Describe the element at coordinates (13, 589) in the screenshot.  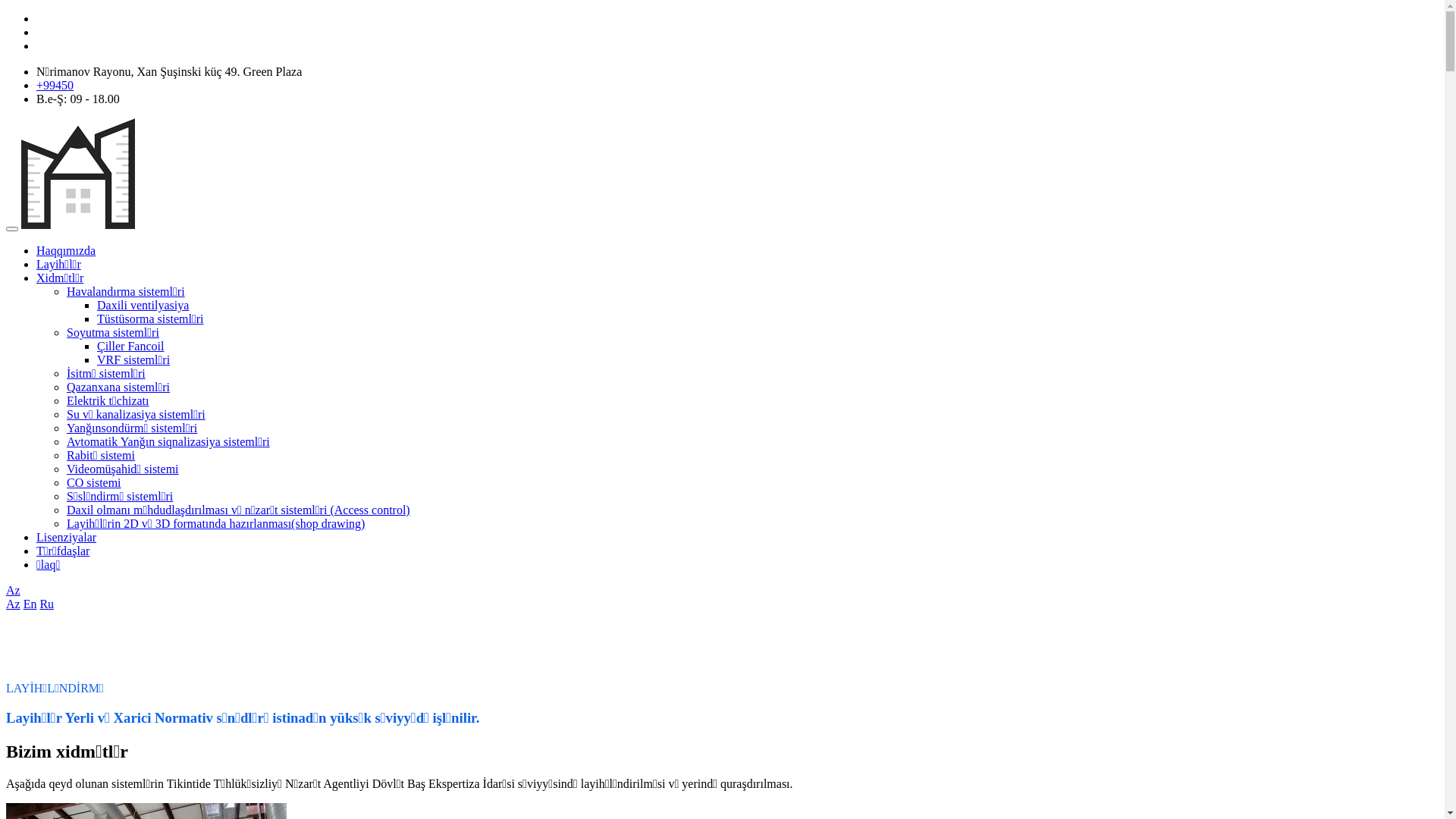
I see `'Az'` at that location.